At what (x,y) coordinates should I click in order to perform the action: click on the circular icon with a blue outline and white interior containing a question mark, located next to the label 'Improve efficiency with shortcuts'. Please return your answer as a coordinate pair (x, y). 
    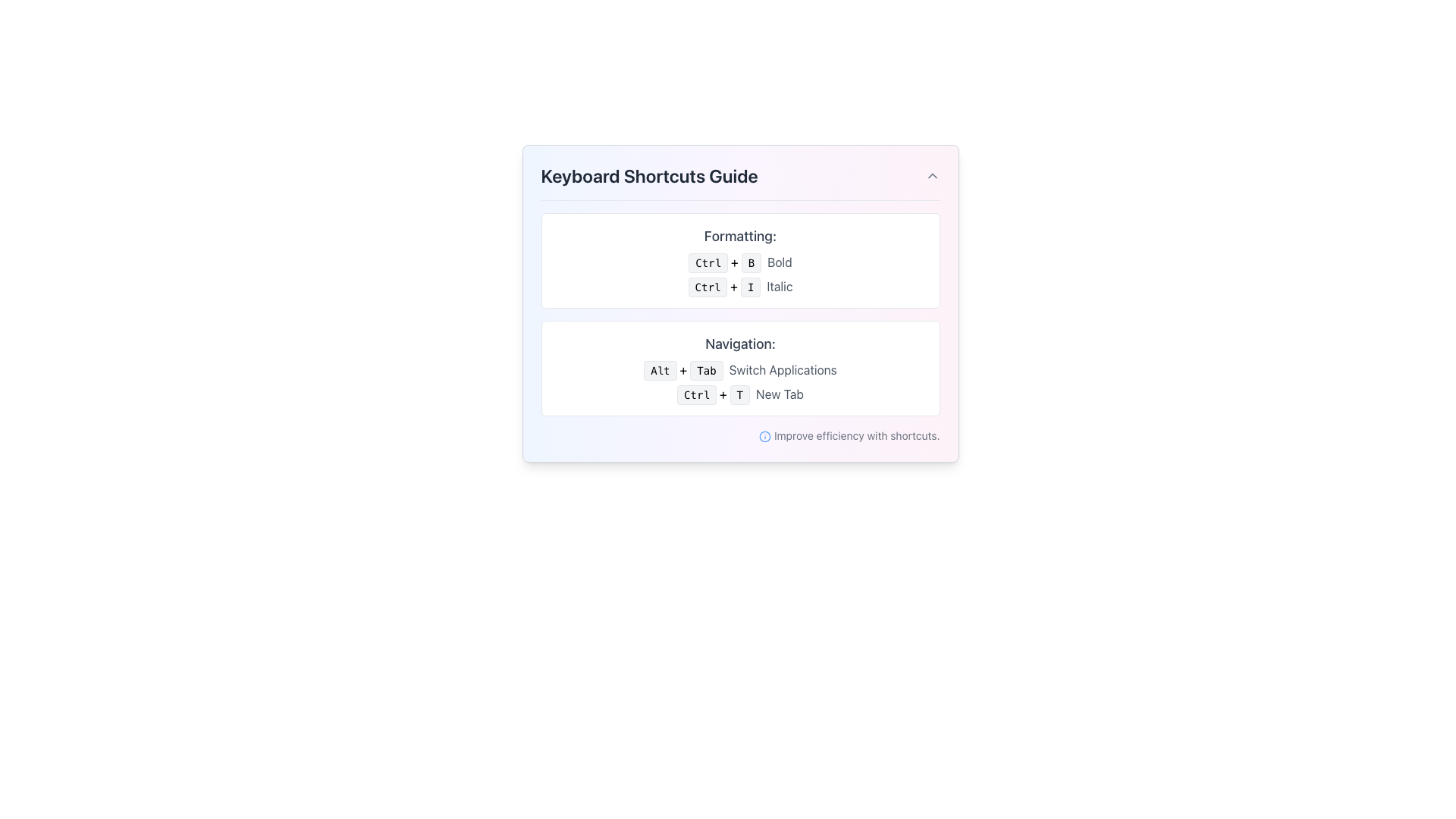
    Looking at the image, I should click on (764, 437).